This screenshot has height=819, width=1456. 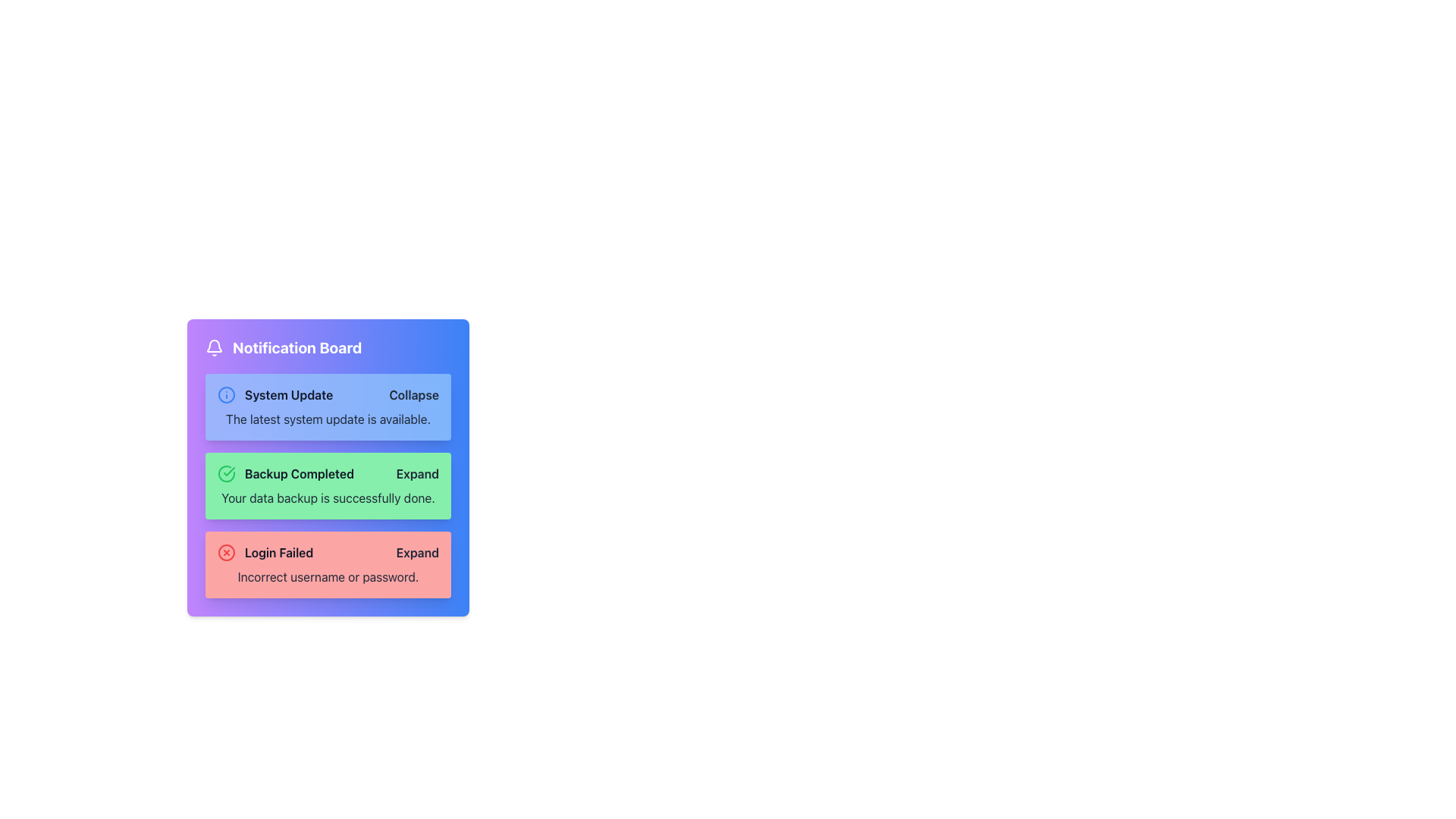 I want to click on the SVG Bell Icon, which serves as a visual identifier for the Notification Board section, located immediately to the left of the 'Notification Board' text label, so click(x=214, y=348).